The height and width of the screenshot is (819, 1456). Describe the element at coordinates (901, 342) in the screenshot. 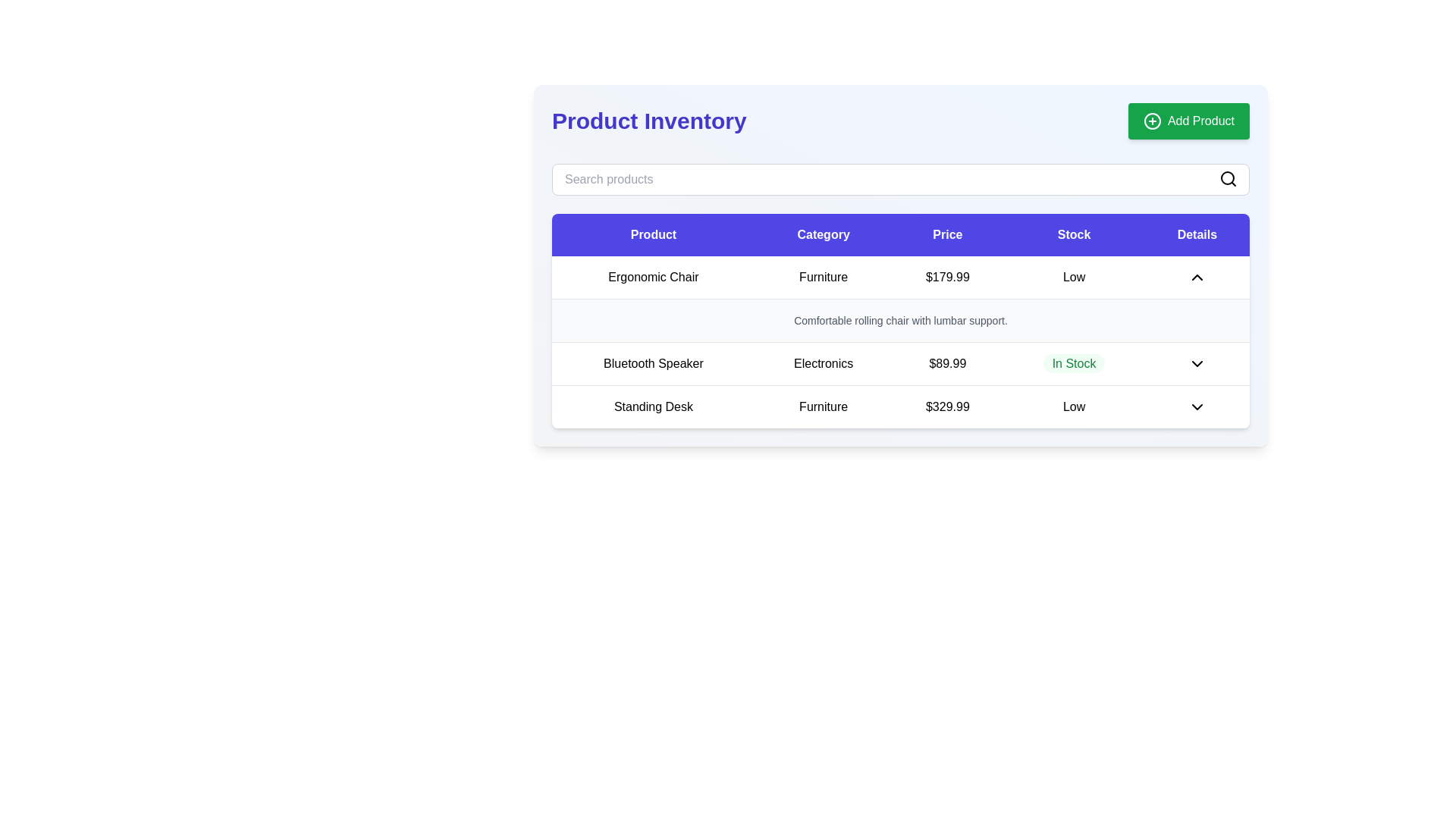

I see `to select the second row in the product details table, which displays attributes such as name, category, price, and stock status` at that location.